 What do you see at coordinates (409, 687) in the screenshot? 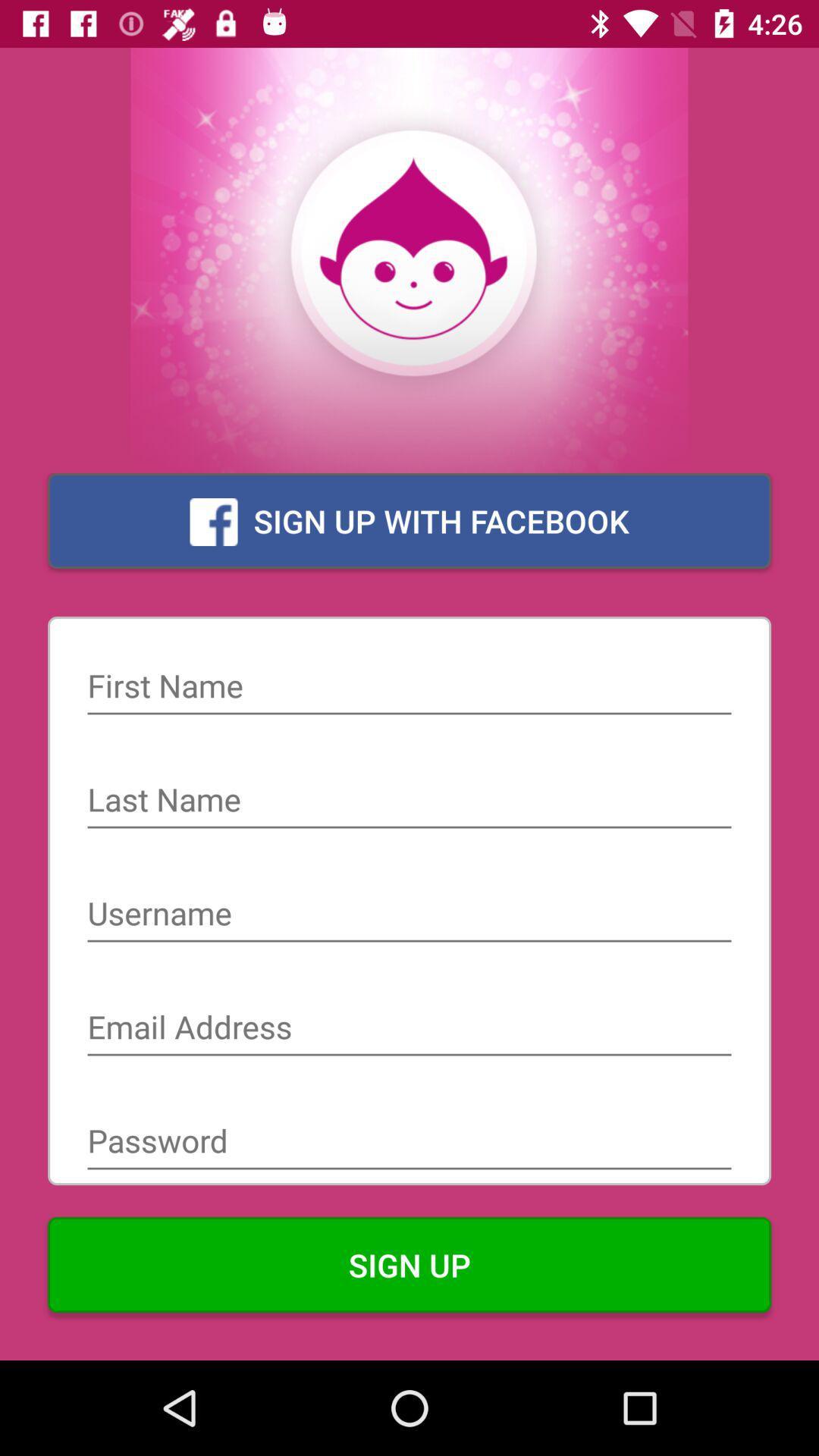
I see `form field for your first name` at bounding box center [409, 687].